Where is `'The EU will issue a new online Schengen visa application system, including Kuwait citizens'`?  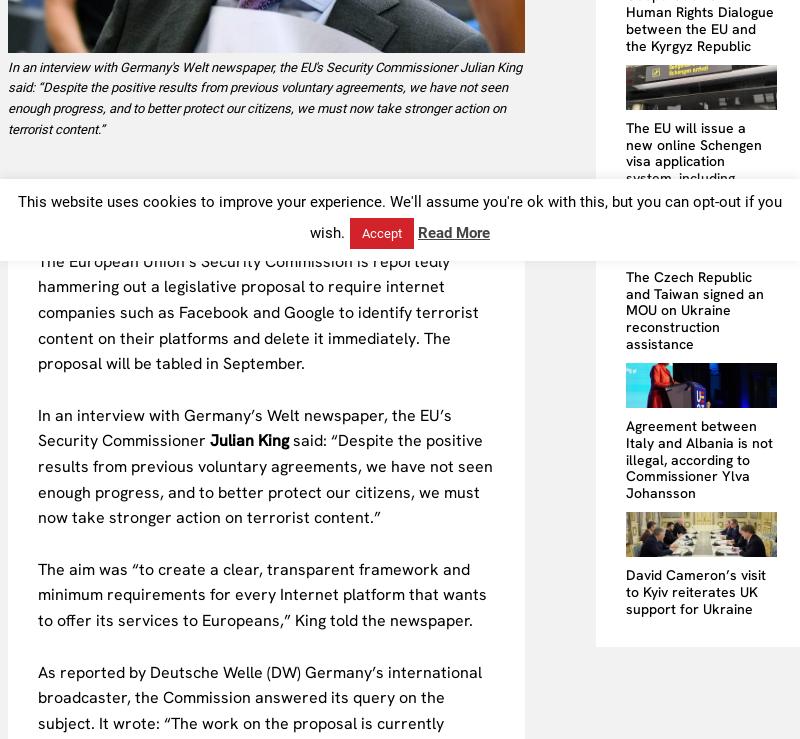 'The EU will issue a new online Schengen visa application system, including Kuwait citizens' is located at coordinates (694, 159).